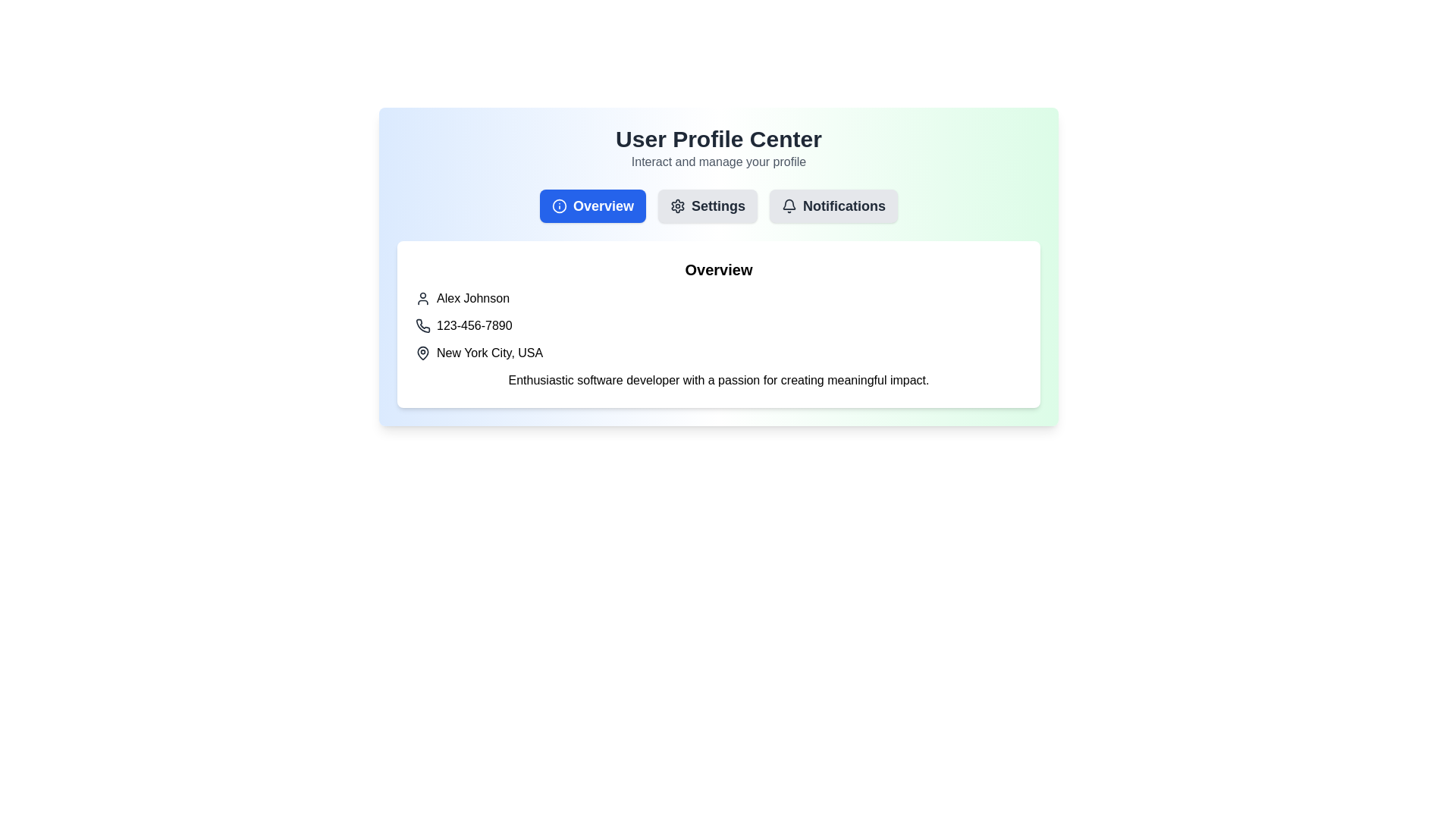 The image size is (1456, 819). What do you see at coordinates (603, 206) in the screenshot?
I see `the 'Overview' button, which is a bold white text on a blue background, located in the top section of the interface as part of the navigation menu` at bounding box center [603, 206].